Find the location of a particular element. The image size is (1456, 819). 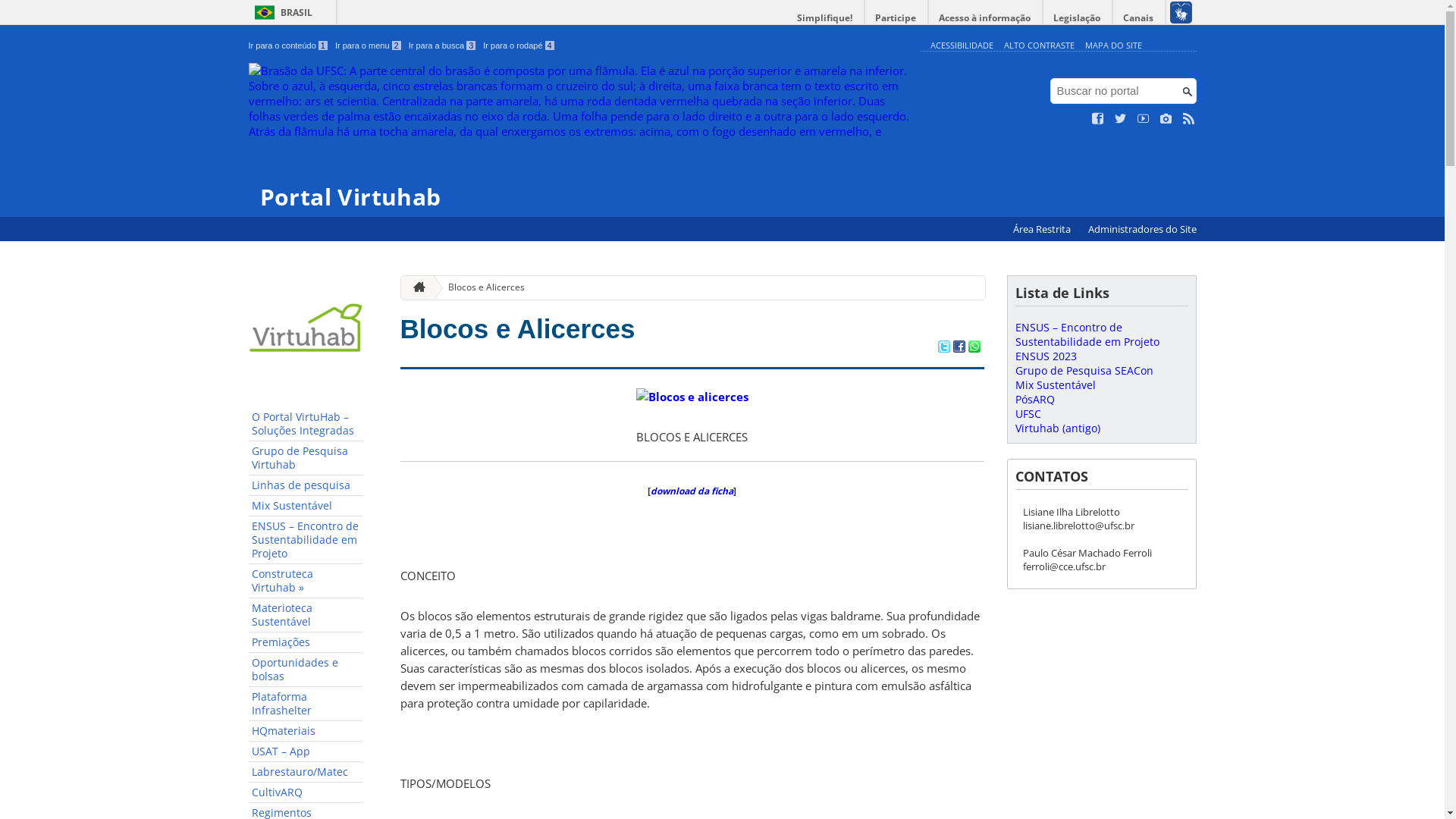

'Grupo de Pesquisa SEACon' is located at coordinates (1083, 370).